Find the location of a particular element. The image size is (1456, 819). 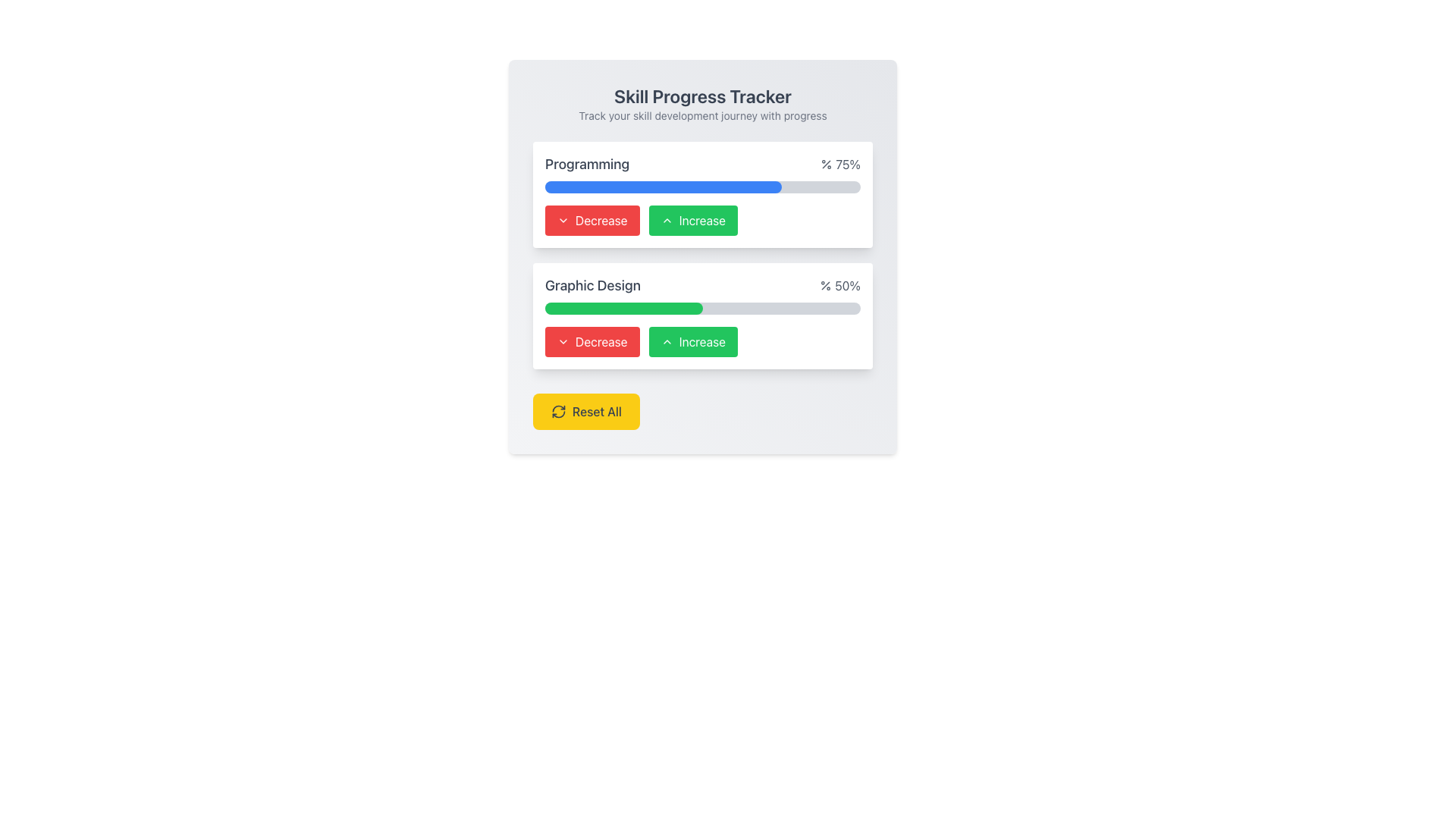

the circular refresh icon located within the yellow 'Reset All' button is located at coordinates (558, 412).